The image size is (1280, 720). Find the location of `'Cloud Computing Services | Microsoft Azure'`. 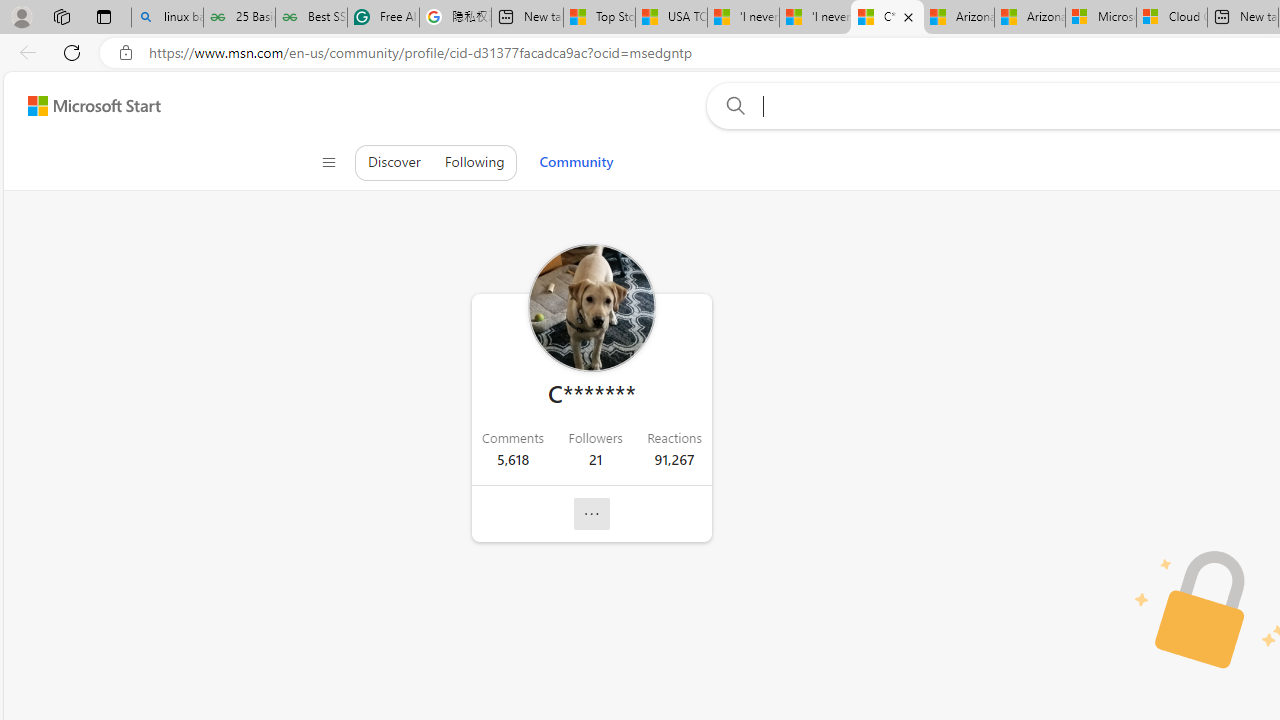

'Cloud Computing Services | Microsoft Azure' is located at coordinates (1171, 17).